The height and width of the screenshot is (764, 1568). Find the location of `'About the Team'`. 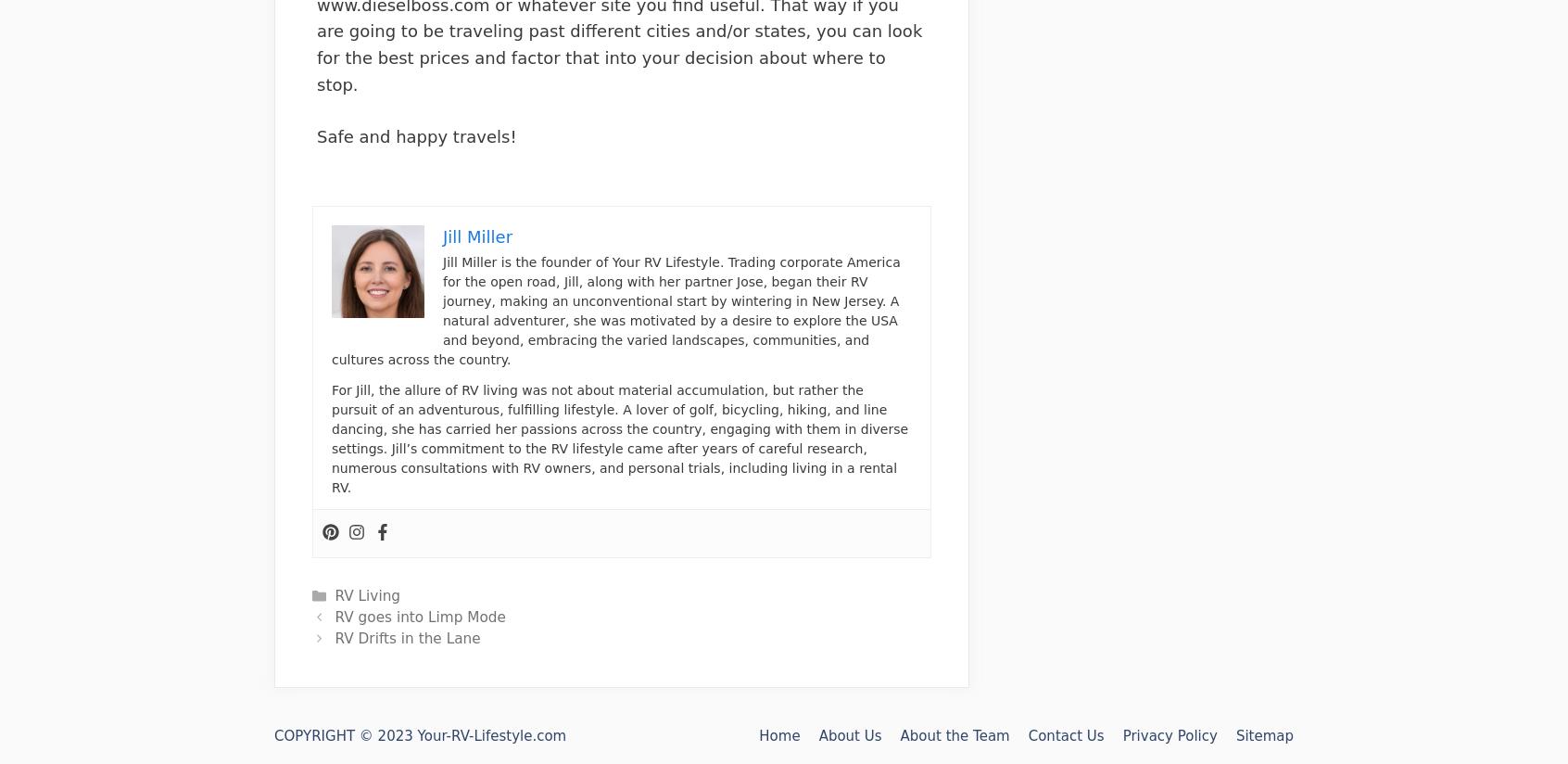

'About the Team' is located at coordinates (900, 736).